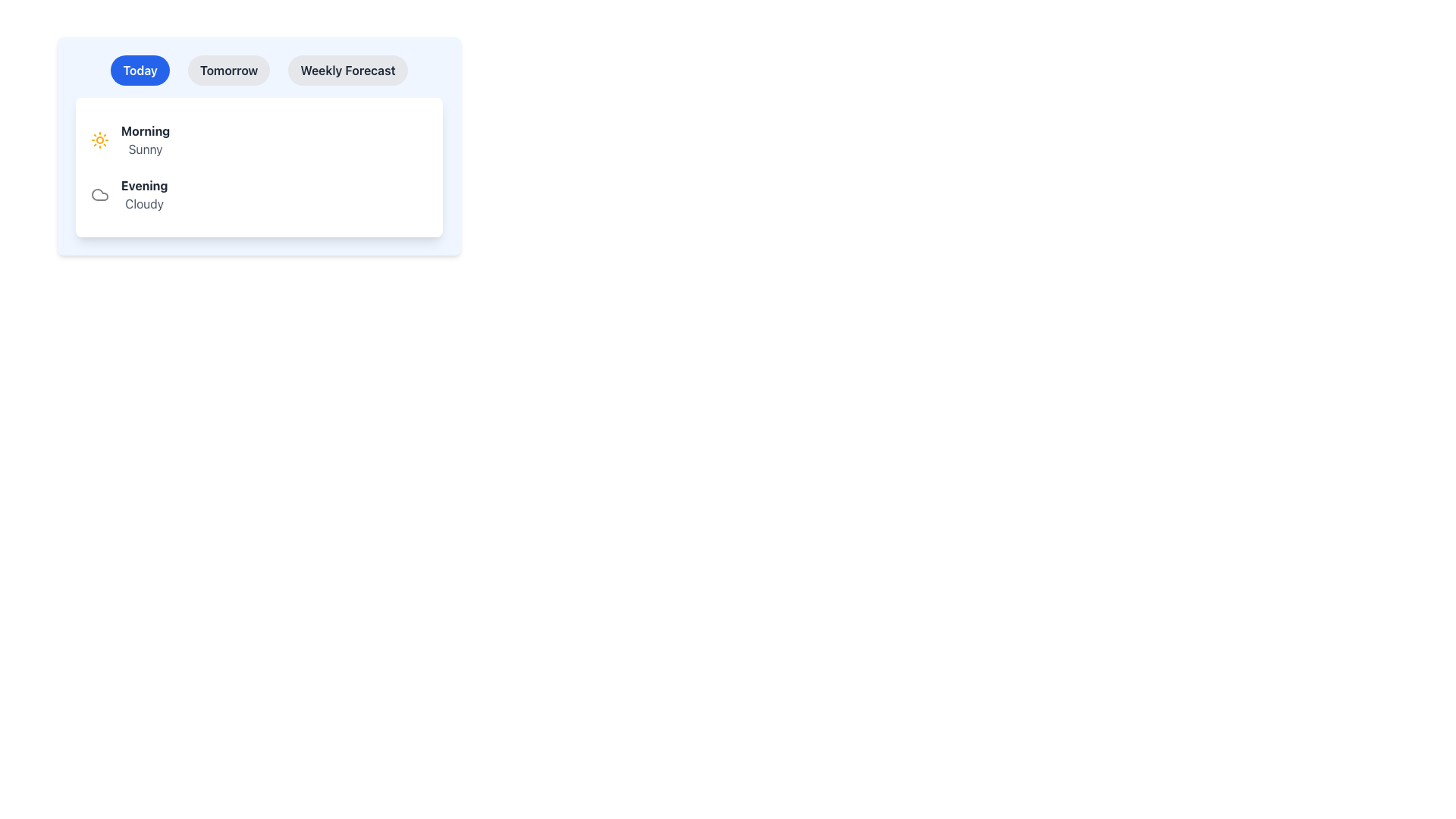 This screenshot has height=819, width=1456. I want to click on the gray cloud icon associated with the 'Evening' section, located to the left of the text 'Evening', so click(99, 194).